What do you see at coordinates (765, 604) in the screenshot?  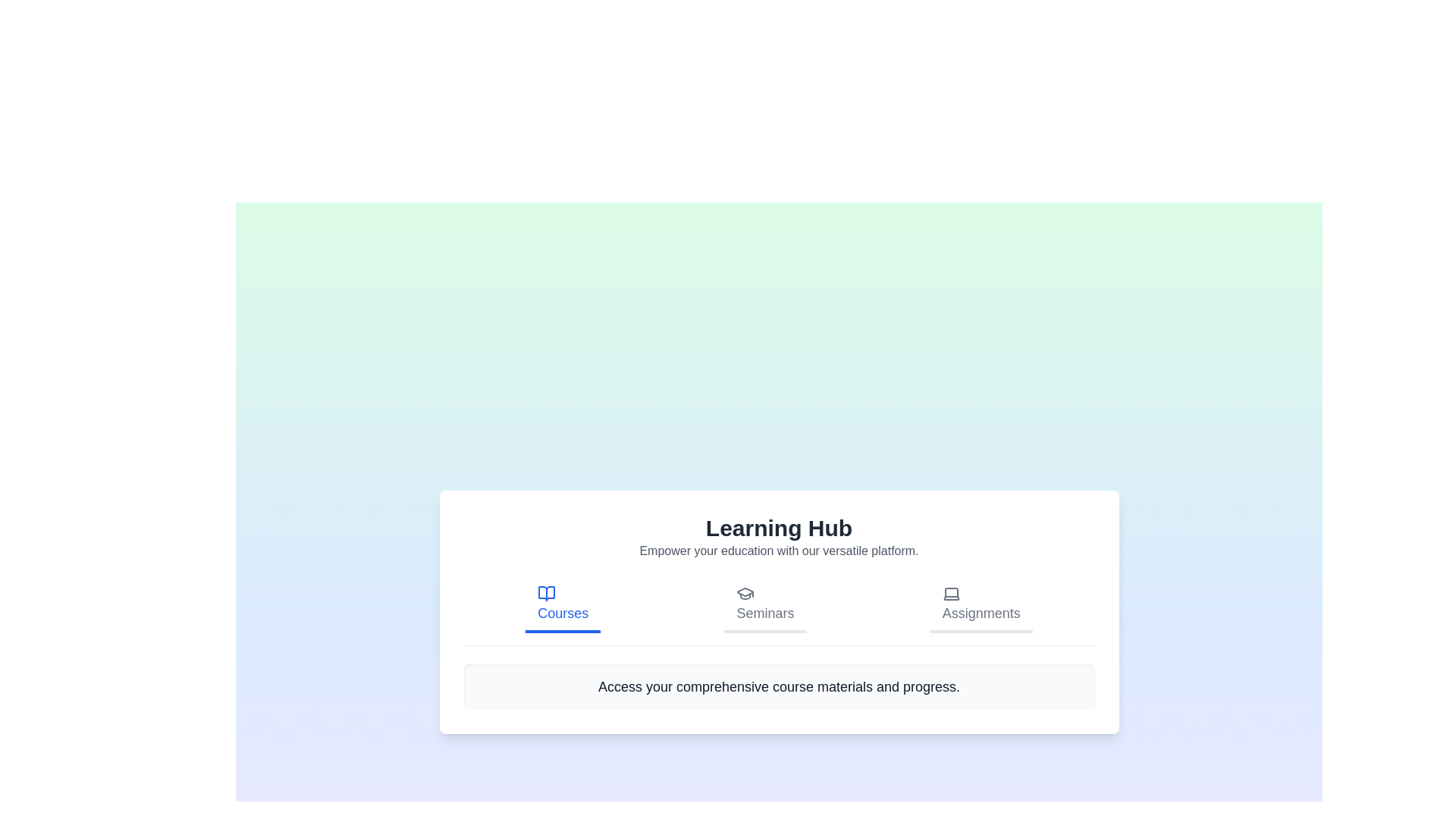 I see `the navigation link or button directing to the Seminars section, located between Courses and Assignments under the Learning Hub heading` at bounding box center [765, 604].